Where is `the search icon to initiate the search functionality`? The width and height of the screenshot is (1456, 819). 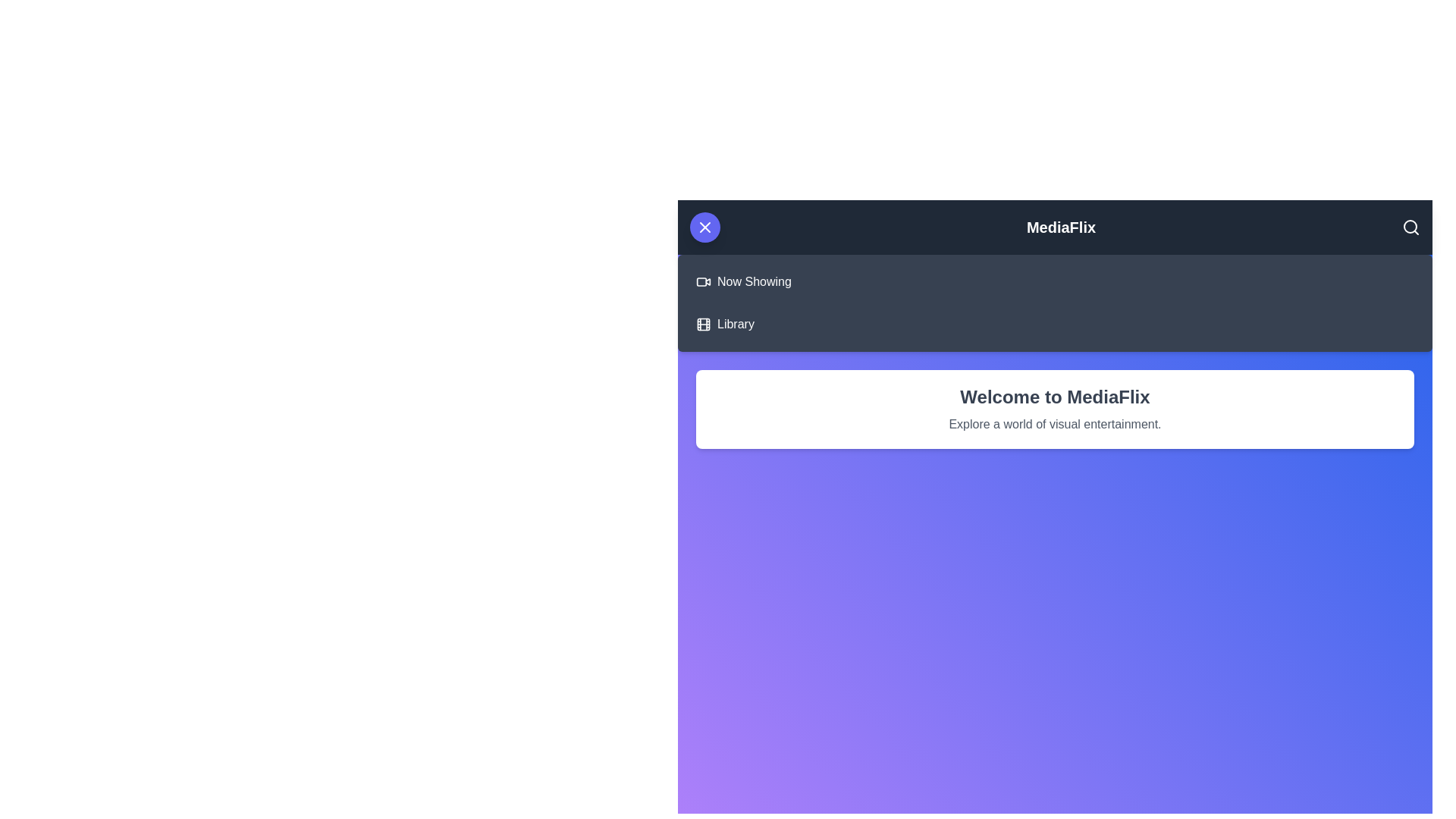
the search icon to initiate the search functionality is located at coordinates (1410, 227).